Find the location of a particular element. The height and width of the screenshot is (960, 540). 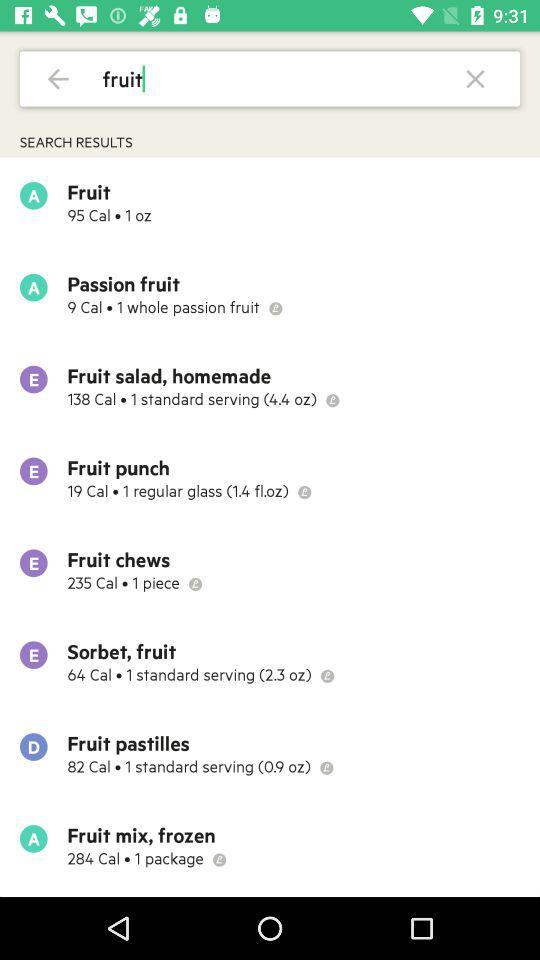

the icon above the search results item is located at coordinates (58, 78).